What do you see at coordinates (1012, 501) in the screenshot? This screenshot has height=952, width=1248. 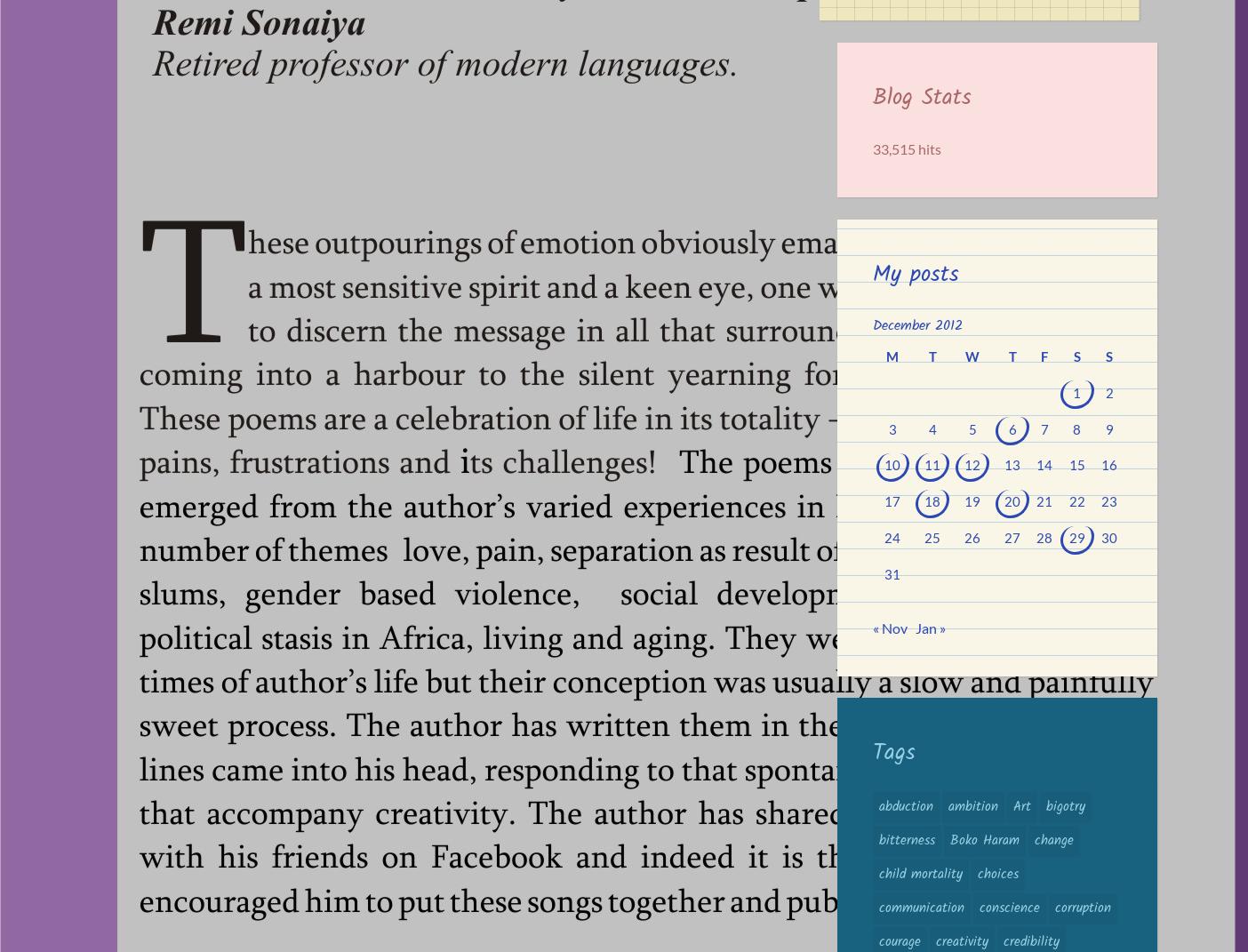 I see `'20'` at bounding box center [1012, 501].